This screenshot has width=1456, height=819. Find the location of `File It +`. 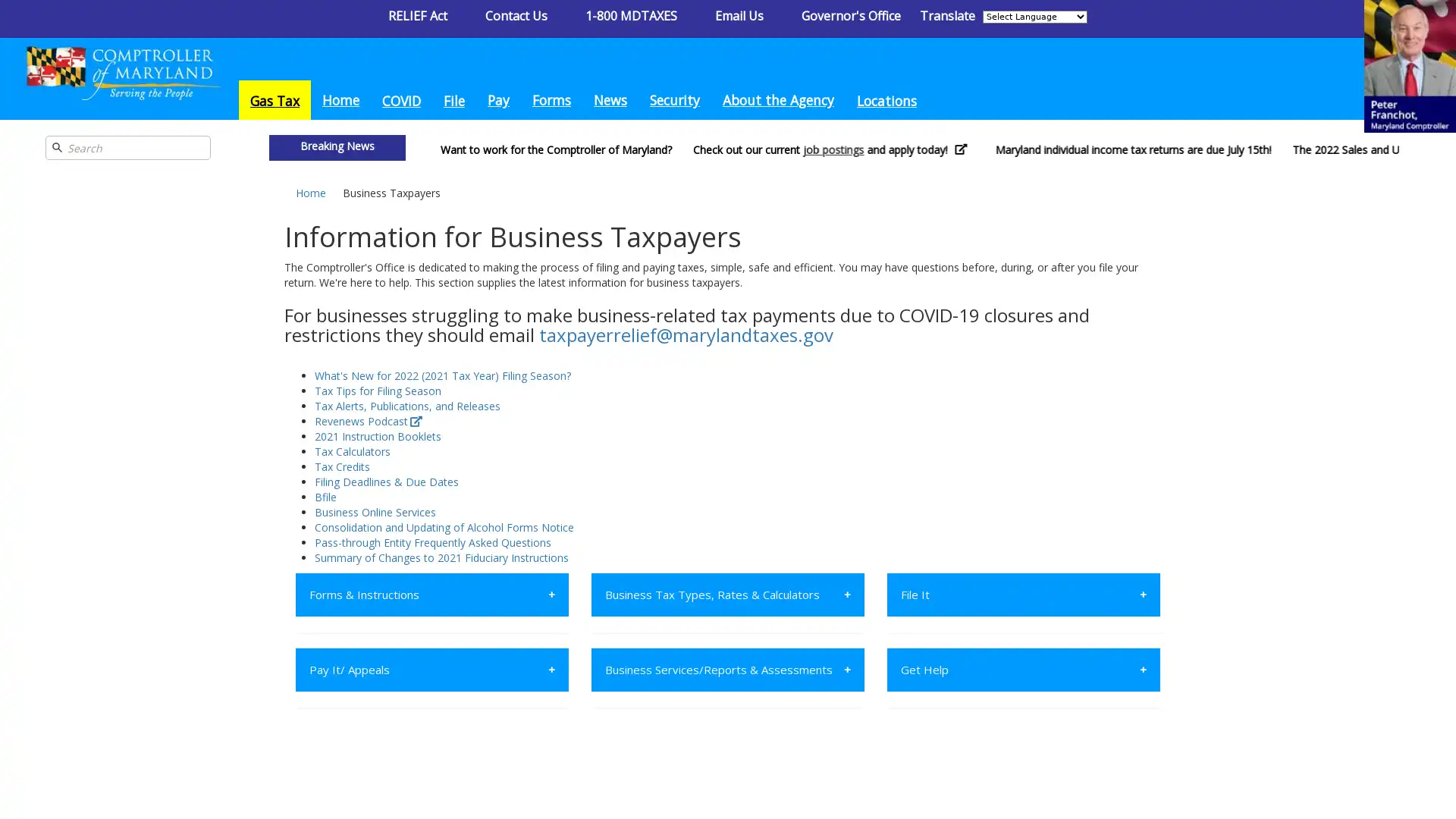

File It + is located at coordinates (1023, 593).